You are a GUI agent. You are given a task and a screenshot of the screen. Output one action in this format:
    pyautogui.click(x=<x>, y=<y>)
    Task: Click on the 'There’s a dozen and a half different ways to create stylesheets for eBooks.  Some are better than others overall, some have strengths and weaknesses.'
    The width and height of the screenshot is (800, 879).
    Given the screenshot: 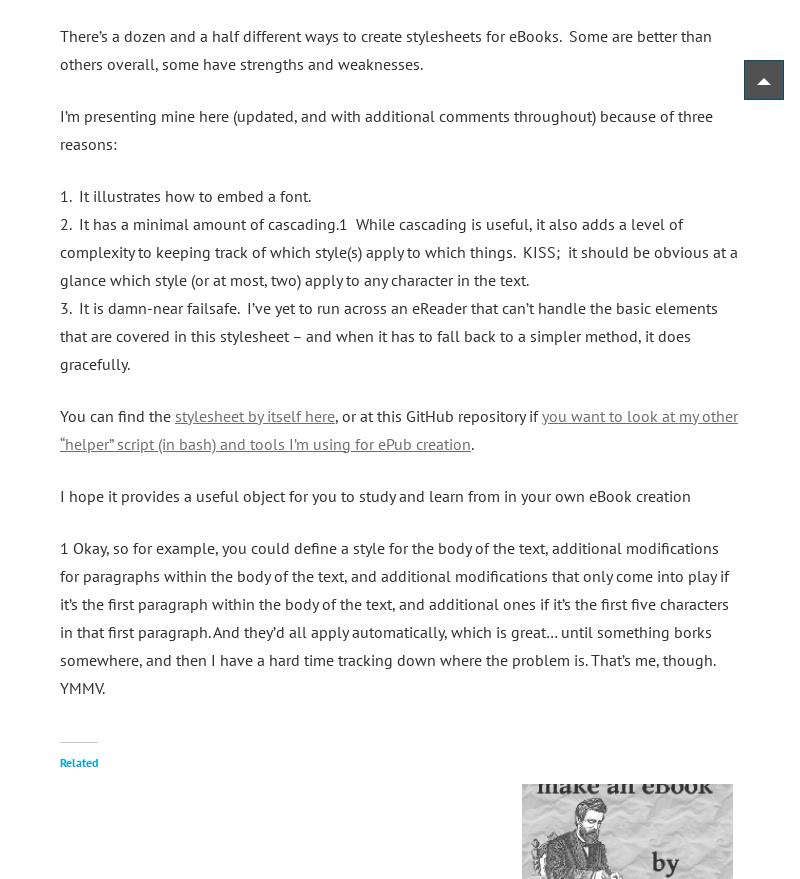 What is the action you would take?
    pyautogui.click(x=385, y=48)
    